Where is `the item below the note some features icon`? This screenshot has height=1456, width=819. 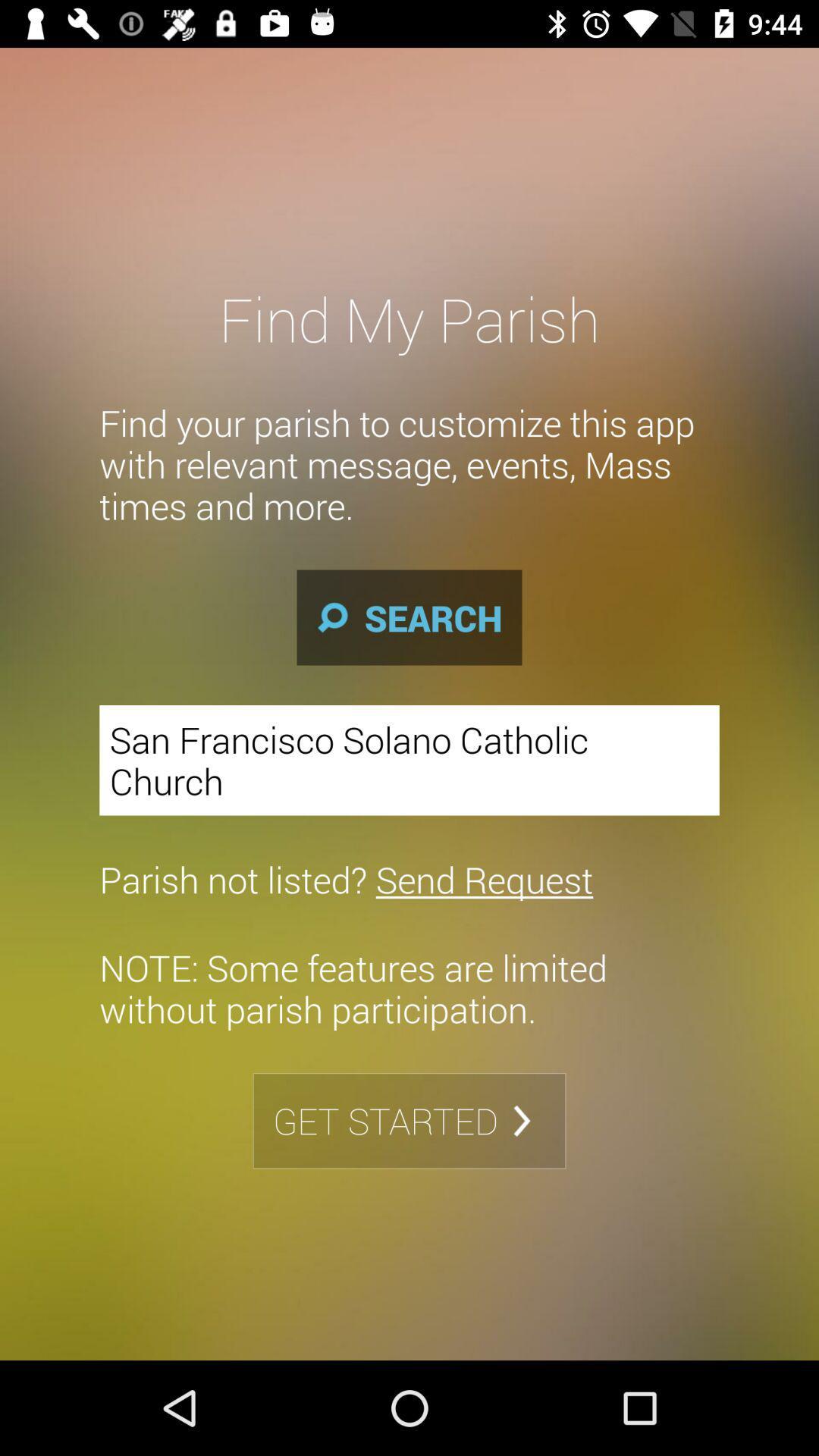
the item below the note some features icon is located at coordinates (409, 1121).